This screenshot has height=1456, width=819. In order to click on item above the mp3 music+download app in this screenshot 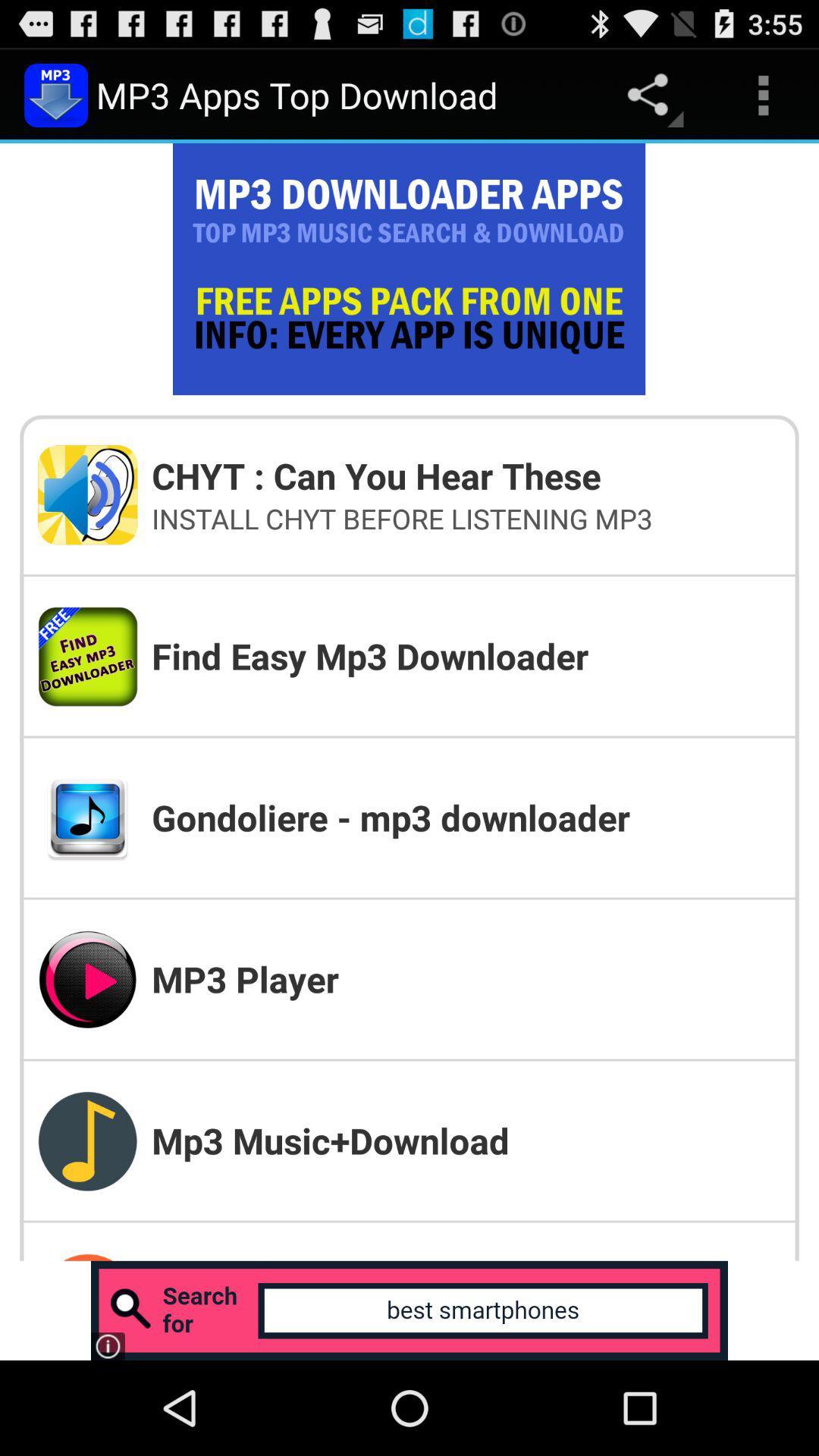, I will do `click(465, 979)`.